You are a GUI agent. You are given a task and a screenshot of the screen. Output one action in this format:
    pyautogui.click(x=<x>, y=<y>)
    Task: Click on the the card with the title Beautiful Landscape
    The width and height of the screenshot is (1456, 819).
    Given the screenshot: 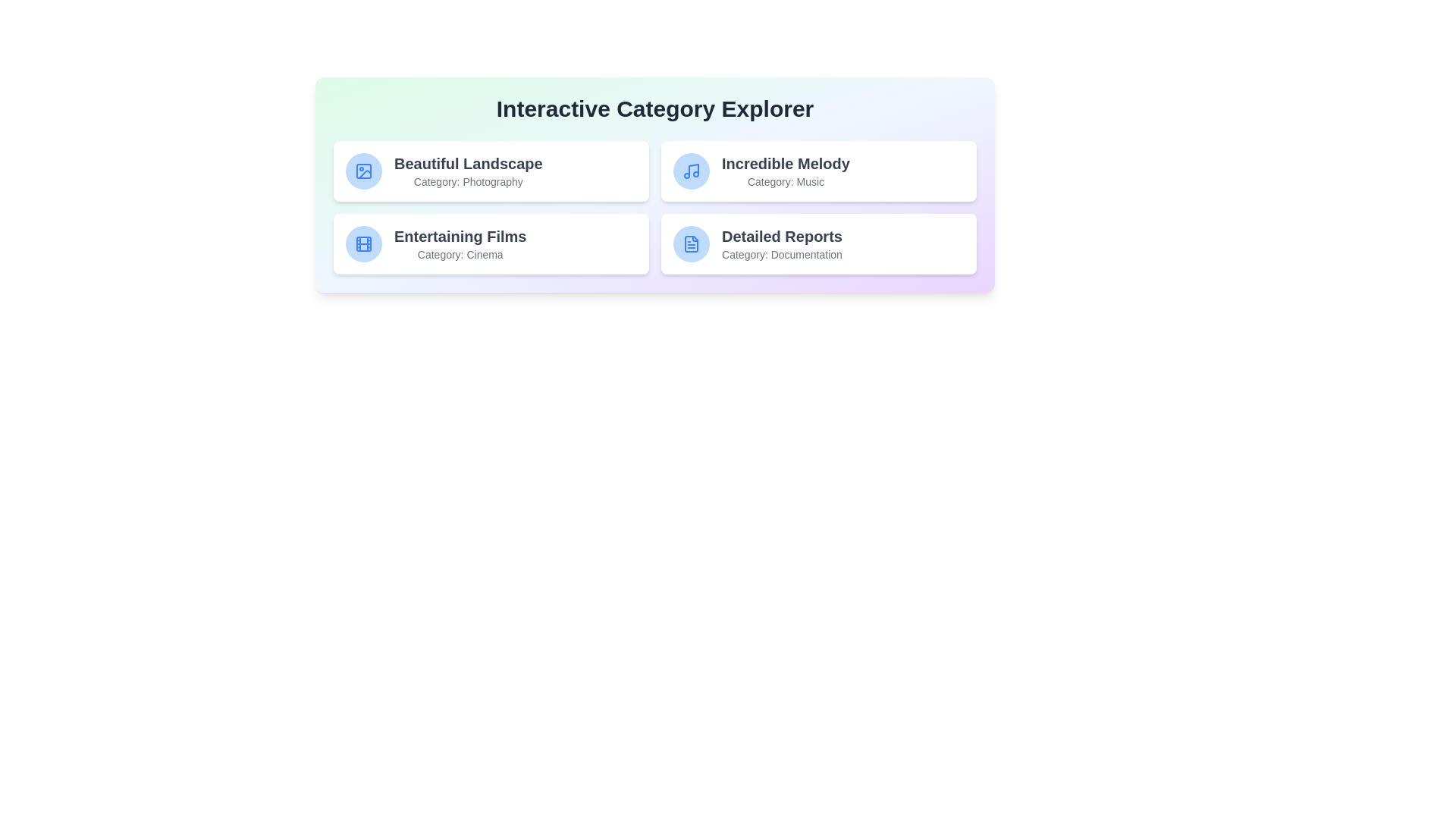 What is the action you would take?
    pyautogui.click(x=491, y=171)
    